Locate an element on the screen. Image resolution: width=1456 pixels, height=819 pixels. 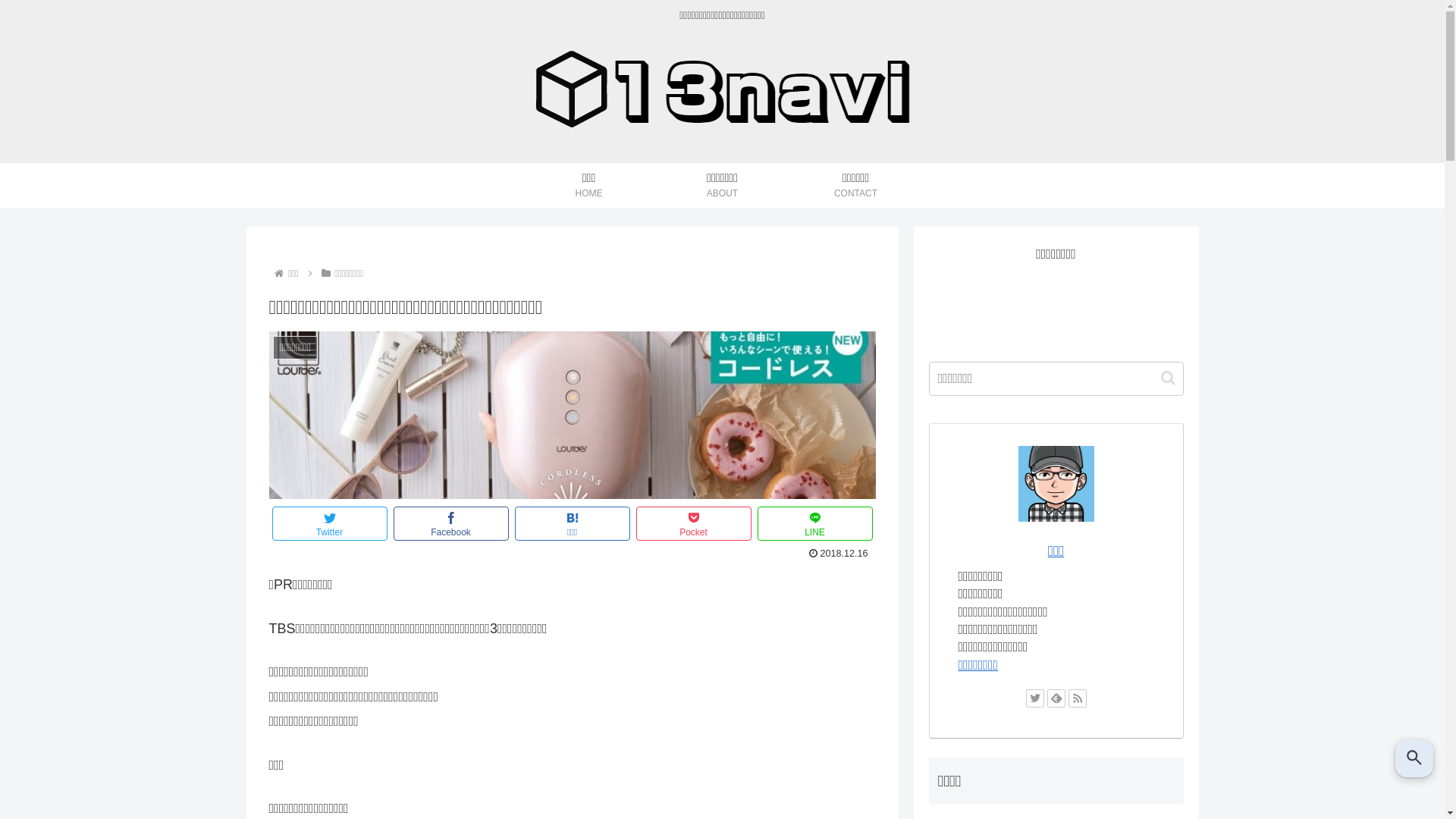
'LINE' is located at coordinates (814, 522).